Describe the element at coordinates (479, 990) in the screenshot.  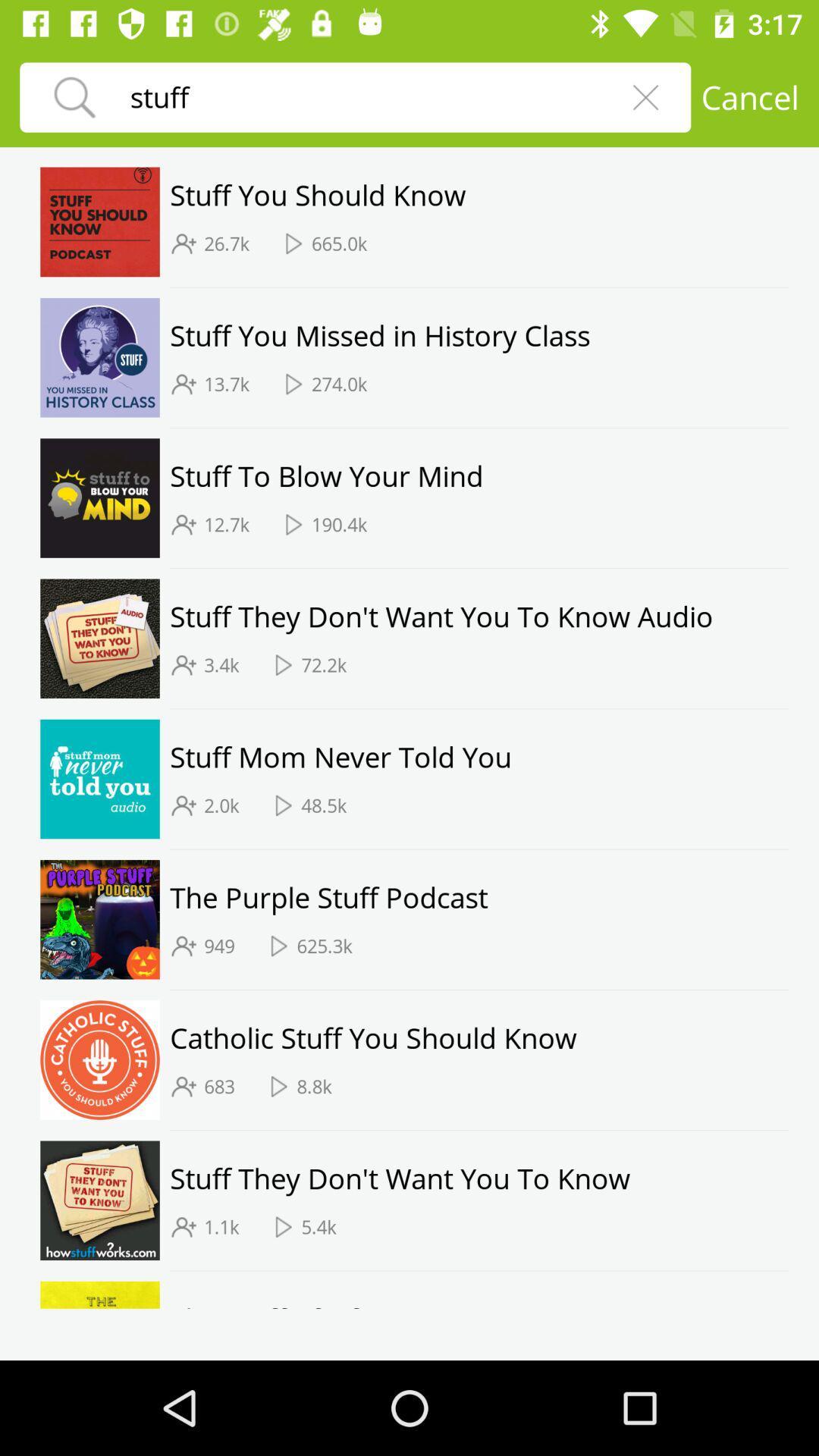
I see `item above the catholic stuff you item` at that location.